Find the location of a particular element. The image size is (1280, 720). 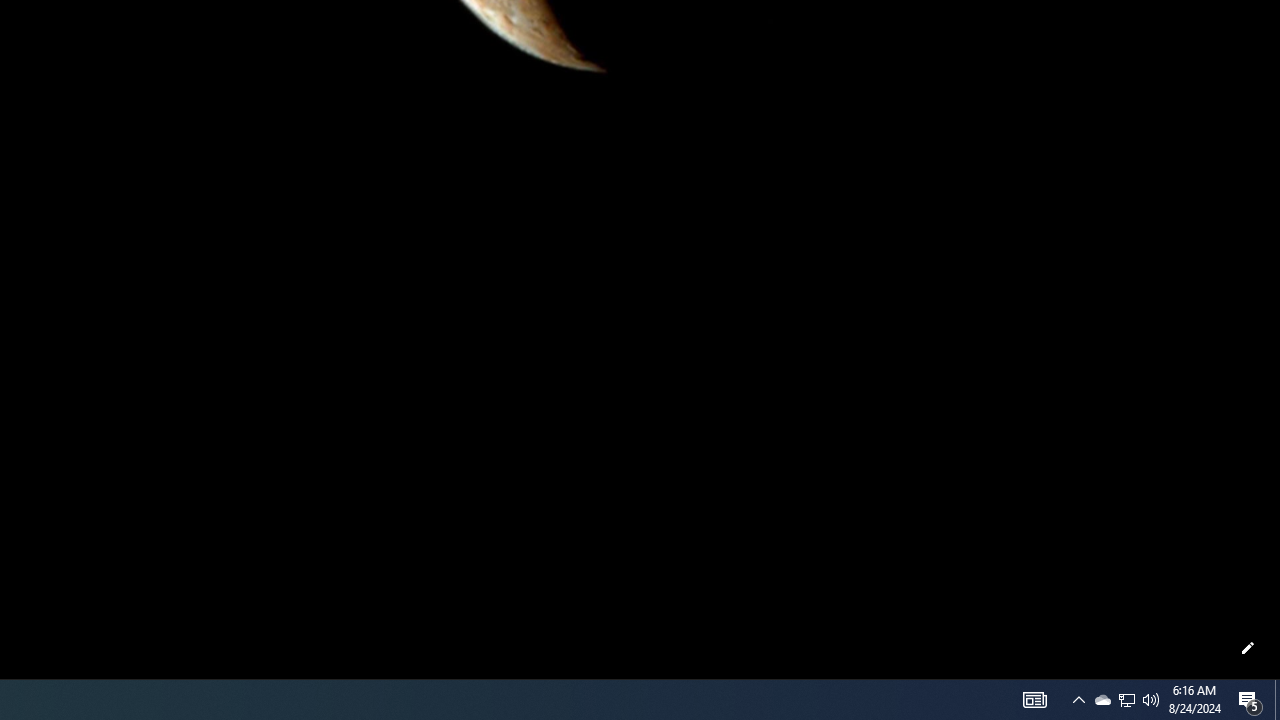

'Customize this page' is located at coordinates (1247, 648).